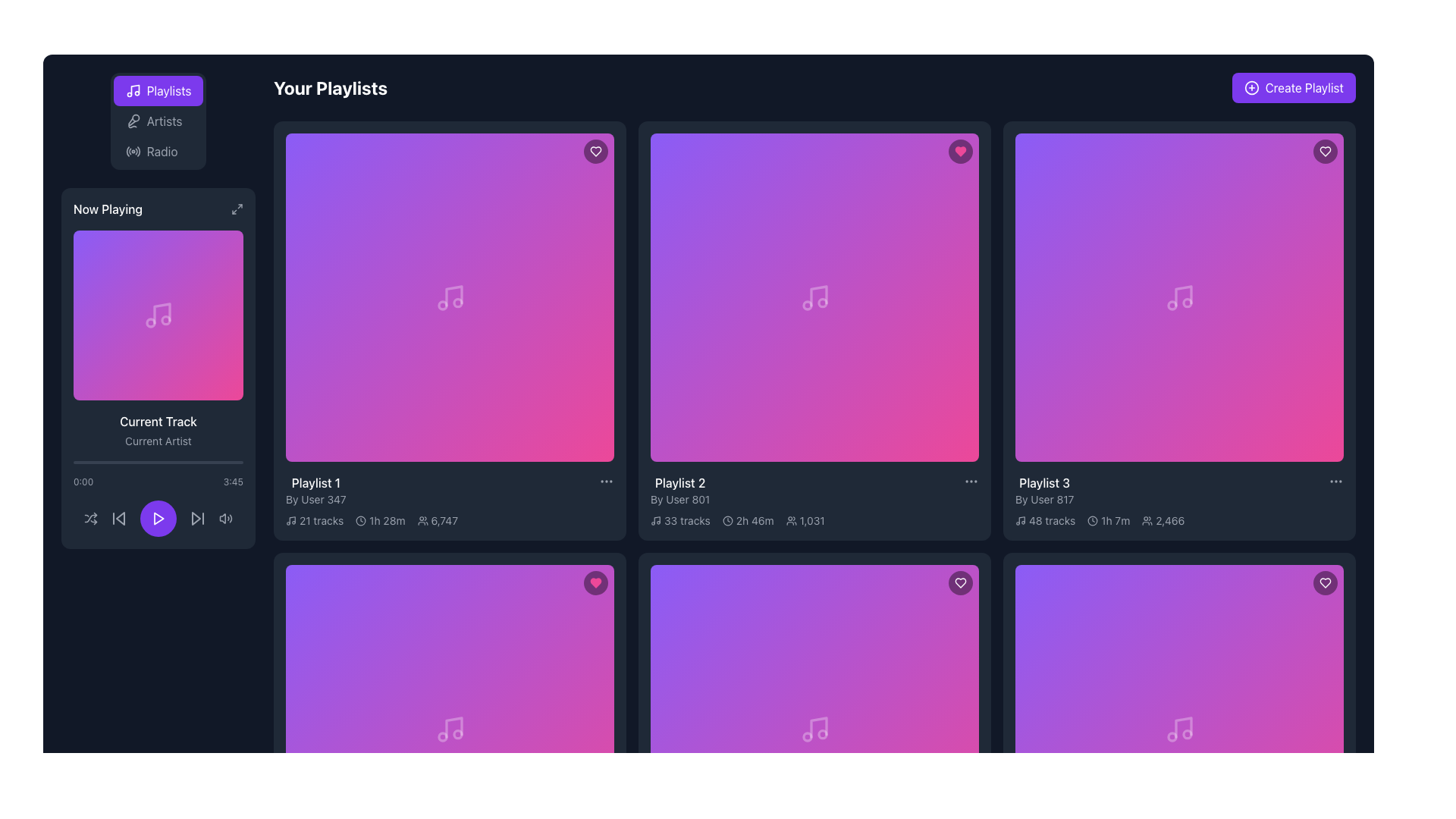 The width and height of the screenshot is (1456, 819). What do you see at coordinates (236, 209) in the screenshot?
I see `the maximization icon in the top-right corner of the 'Now Playing' section of the sidebar` at bounding box center [236, 209].